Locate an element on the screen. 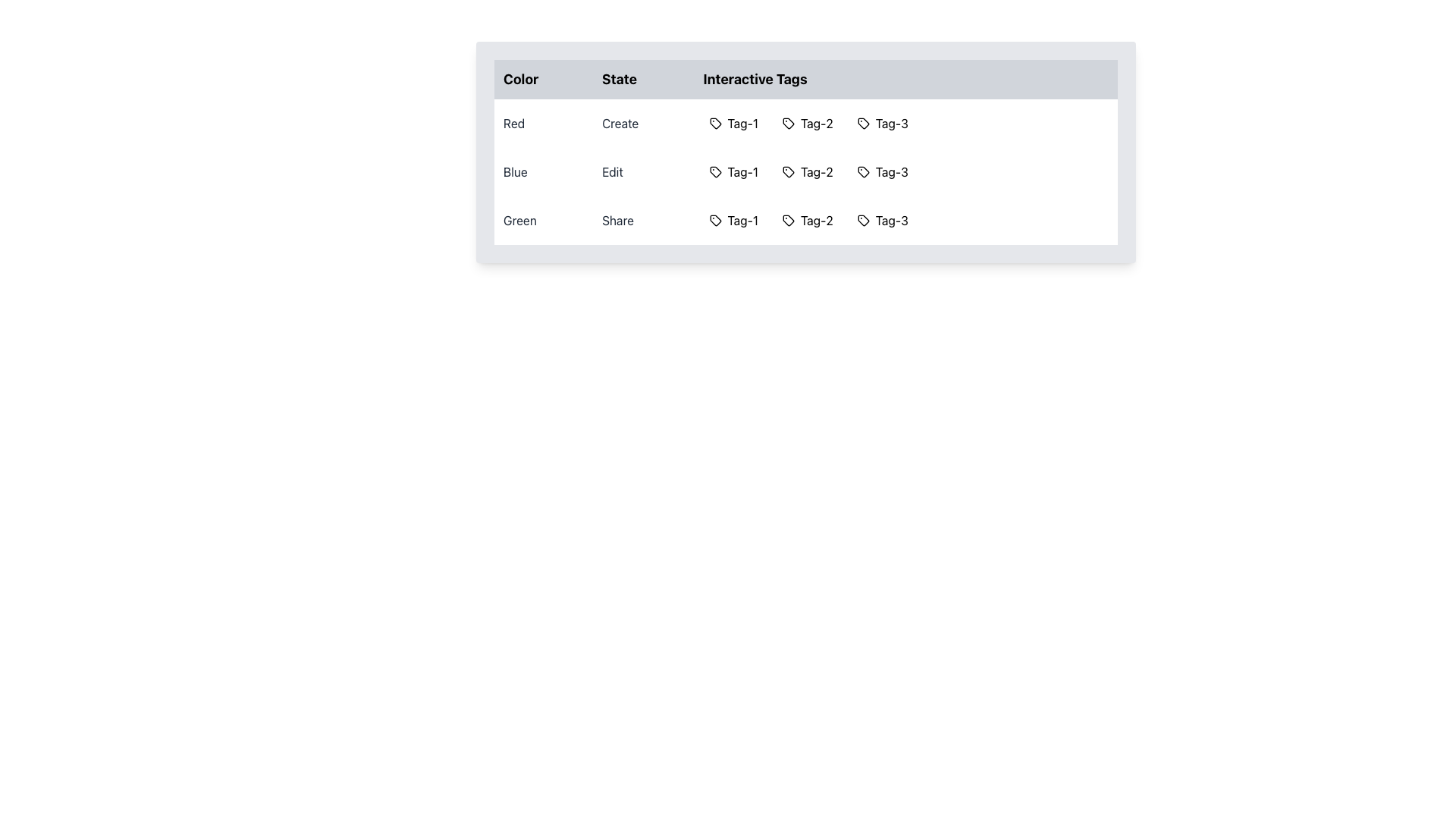 The height and width of the screenshot is (819, 1456). the third tag labeled 'Tag-3' in the blue-themed row of the table, which is positioned after 'Tag-1' and 'Tag-2' is located at coordinates (883, 171).